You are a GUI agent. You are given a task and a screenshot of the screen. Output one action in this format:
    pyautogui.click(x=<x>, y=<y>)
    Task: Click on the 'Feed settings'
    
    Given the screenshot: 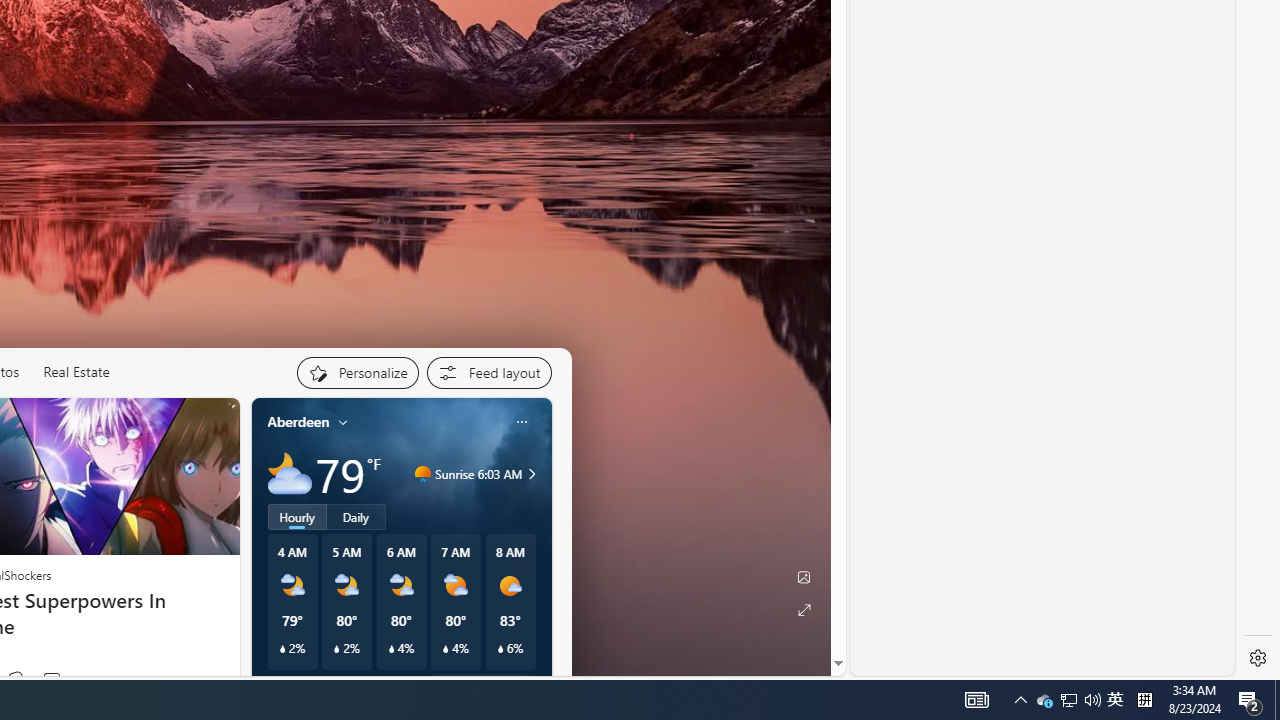 What is the action you would take?
    pyautogui.click(x=488, y=372)
    